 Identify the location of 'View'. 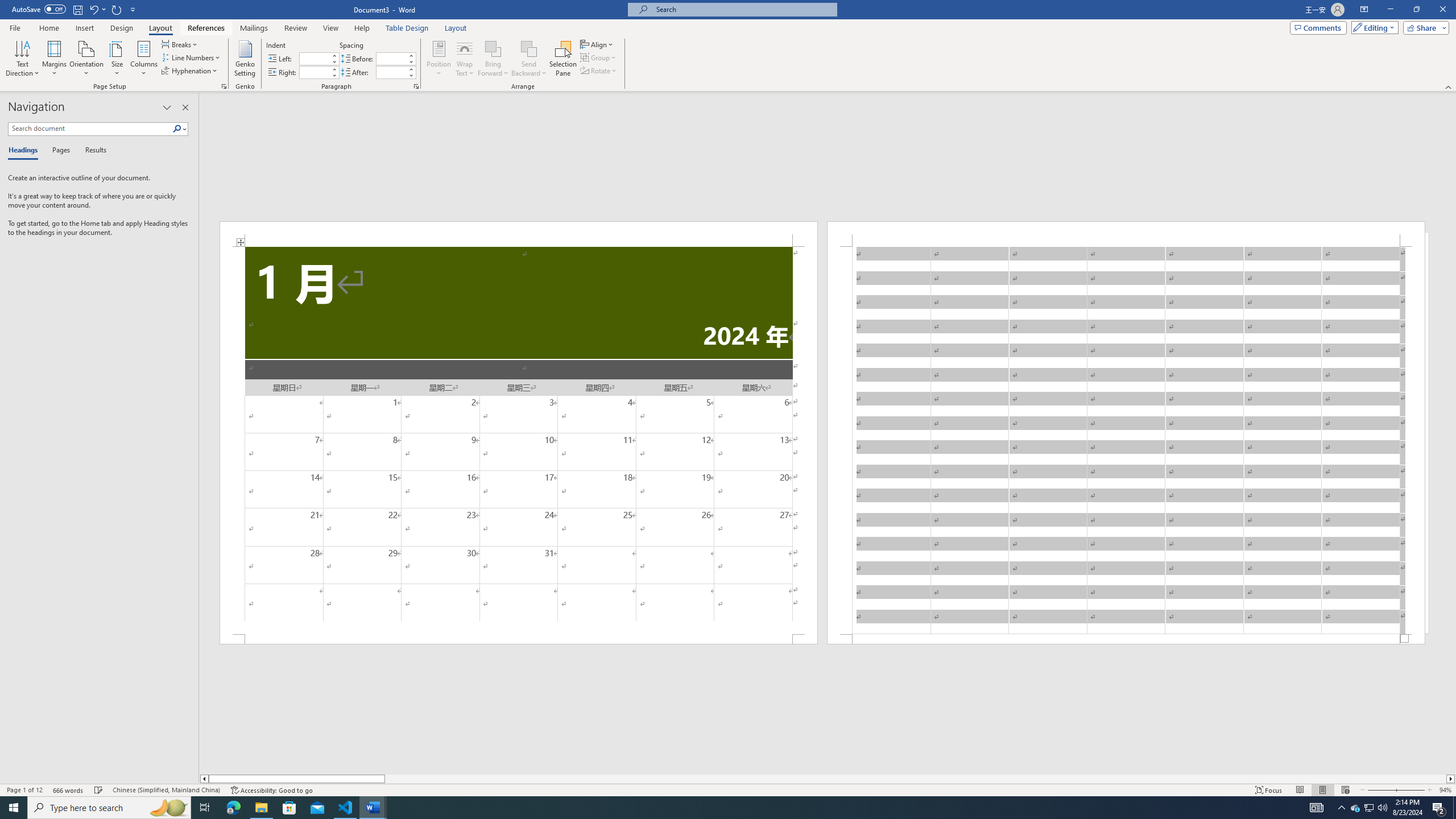
(331, 28).